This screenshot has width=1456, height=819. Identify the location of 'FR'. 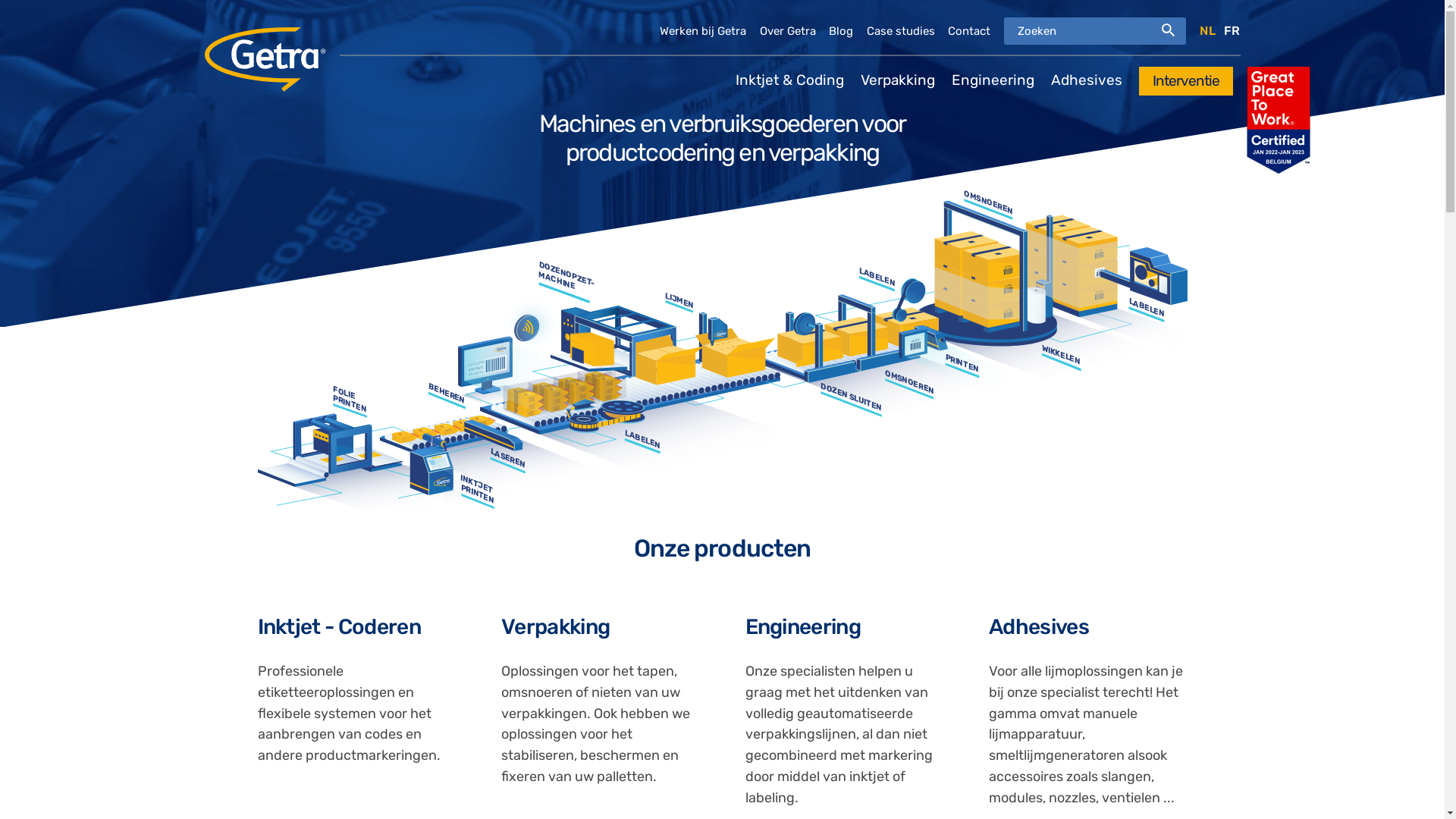
(1223, 30).